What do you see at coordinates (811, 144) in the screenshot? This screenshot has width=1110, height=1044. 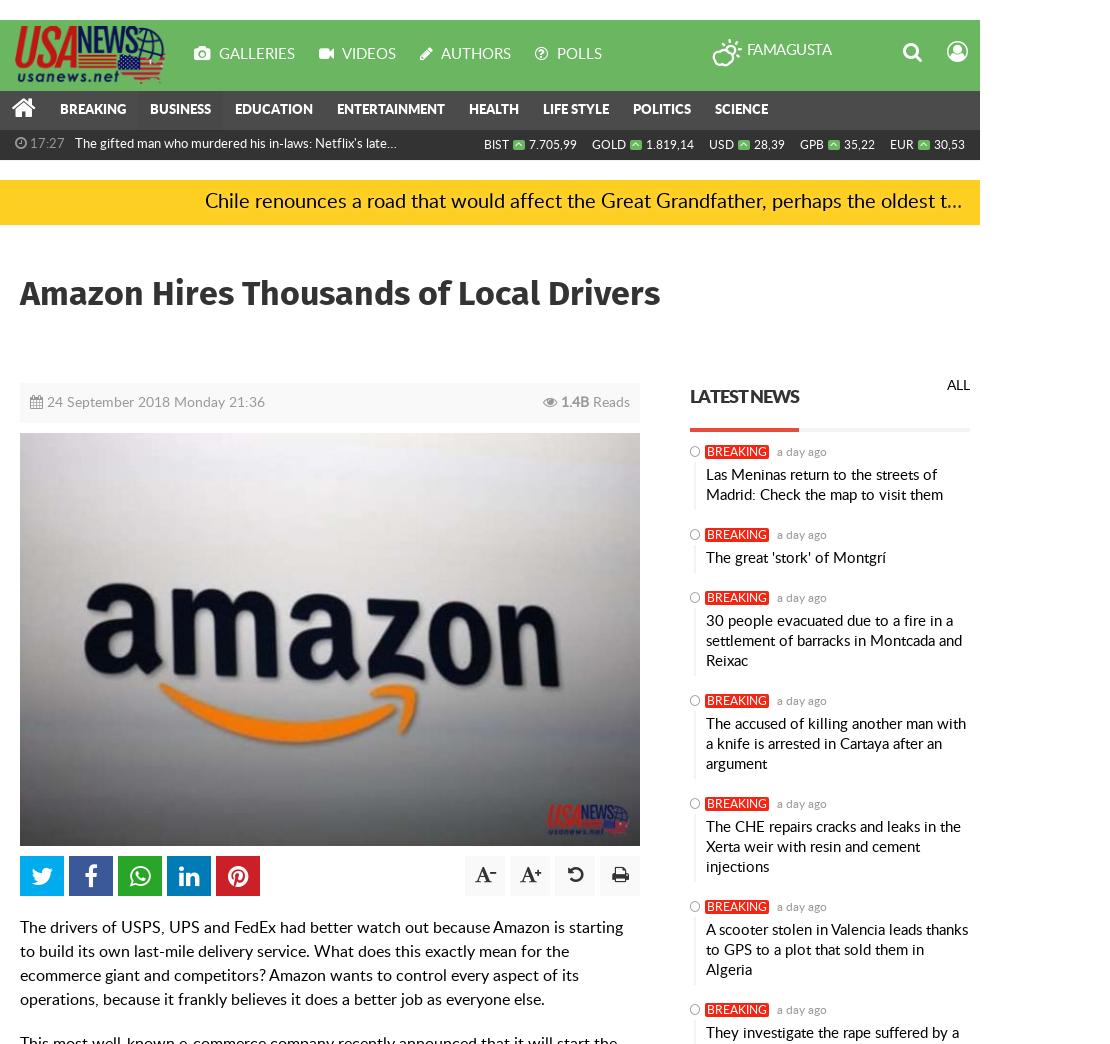 I see `'GPB'` at bounding box center [811, 144].